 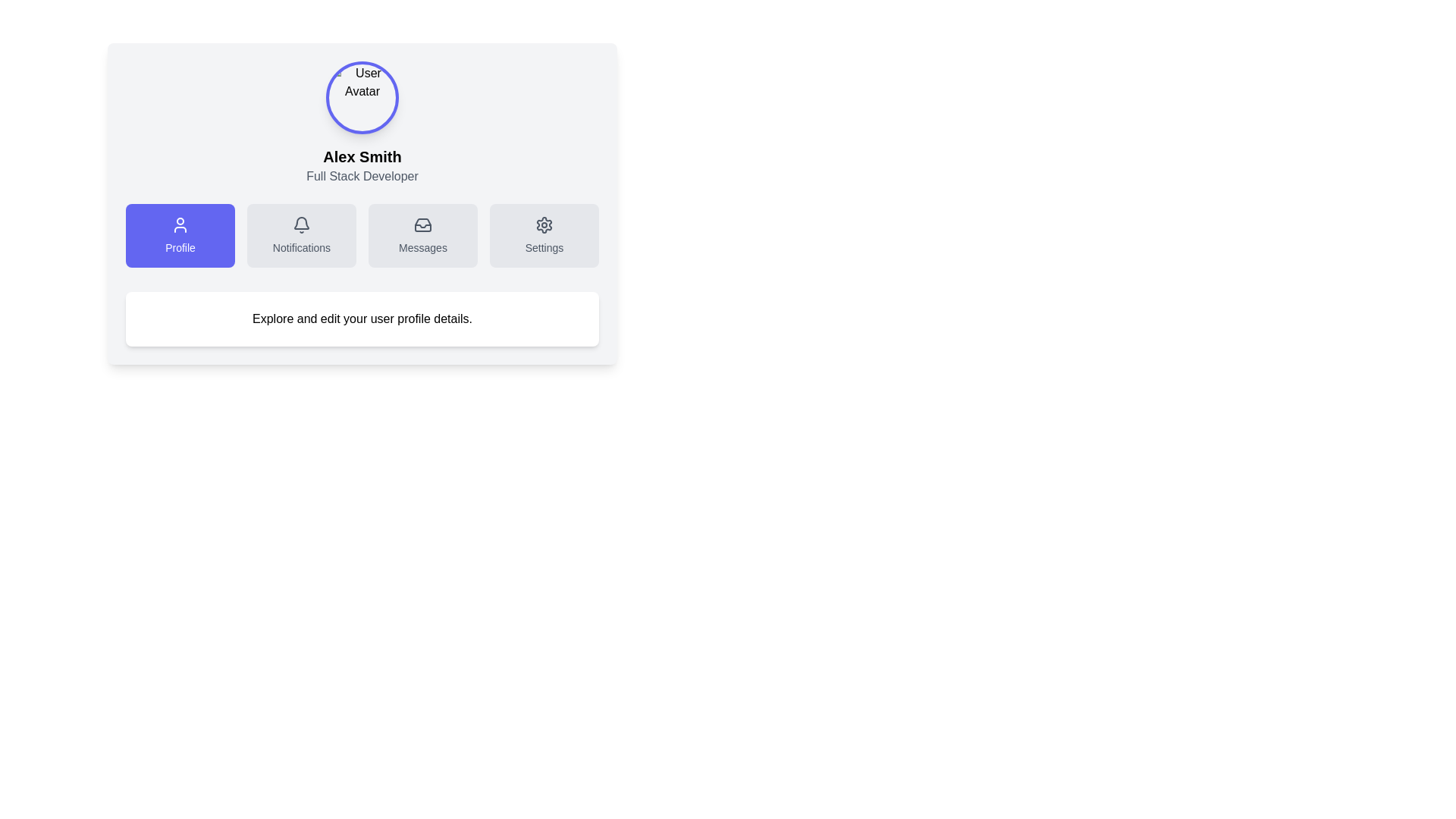 What do you see at coordinates (544, 247) in the screenshot?
I see `text label indicating the purpose of the associated button, which is likely related to settings or configuration options, located below the gear icon in the fourth position of a horizontal row of buttons` at bounding box center [544, 247].